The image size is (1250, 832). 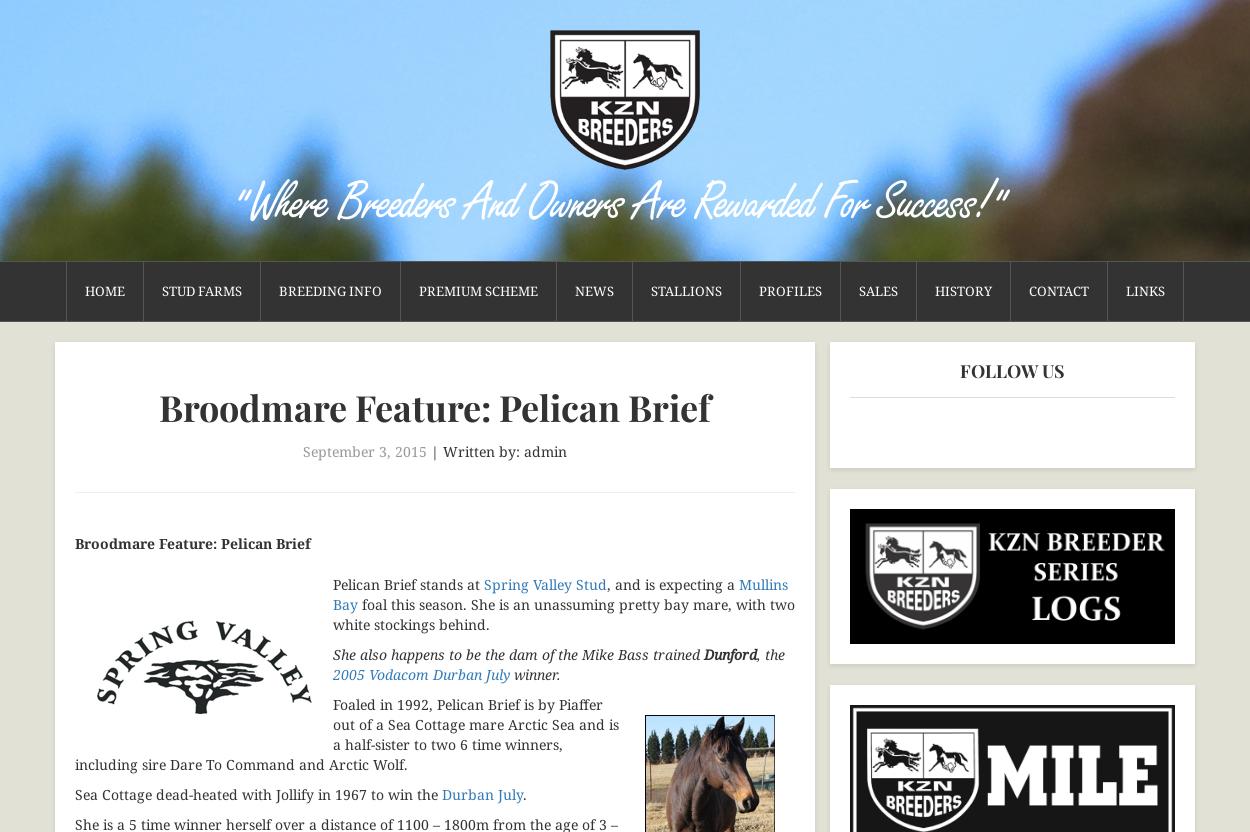 I want to click on 'Links', so click(x=1145, y=290).